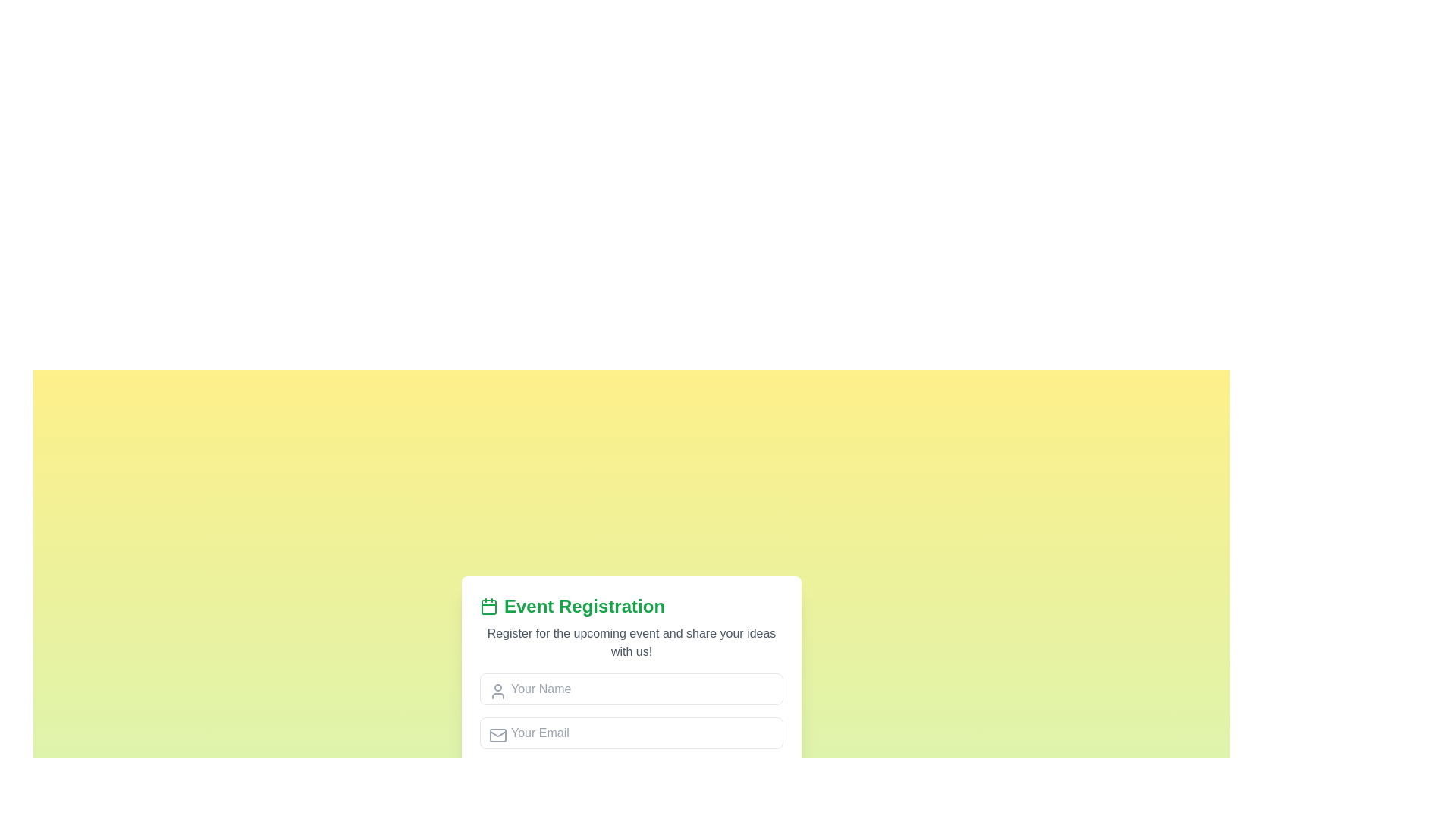  Describe the element at coordinates (498, 733) in the screenshot. I see `the envelope icon, which visually represents the email input field labeled 'Your Email.'` at that location.